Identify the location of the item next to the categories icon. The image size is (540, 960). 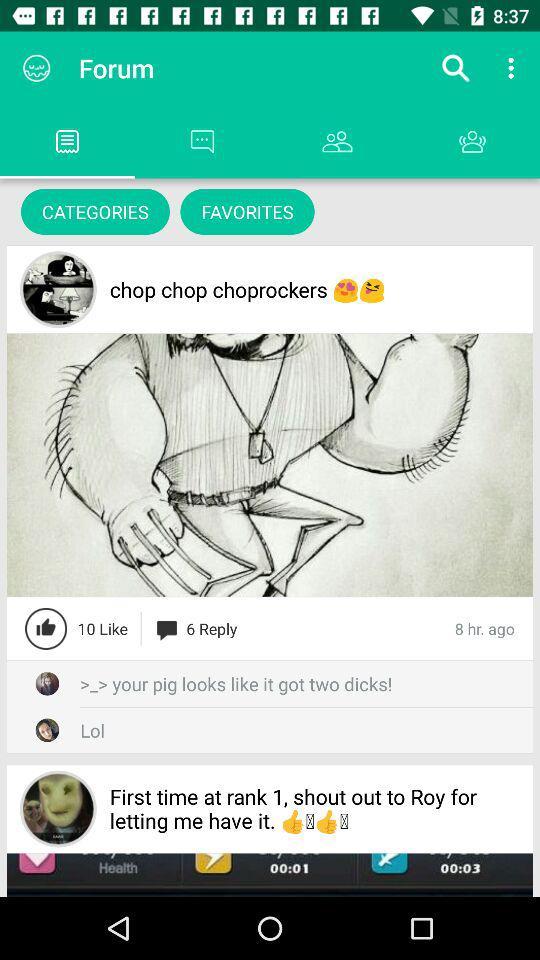
(247, 211).